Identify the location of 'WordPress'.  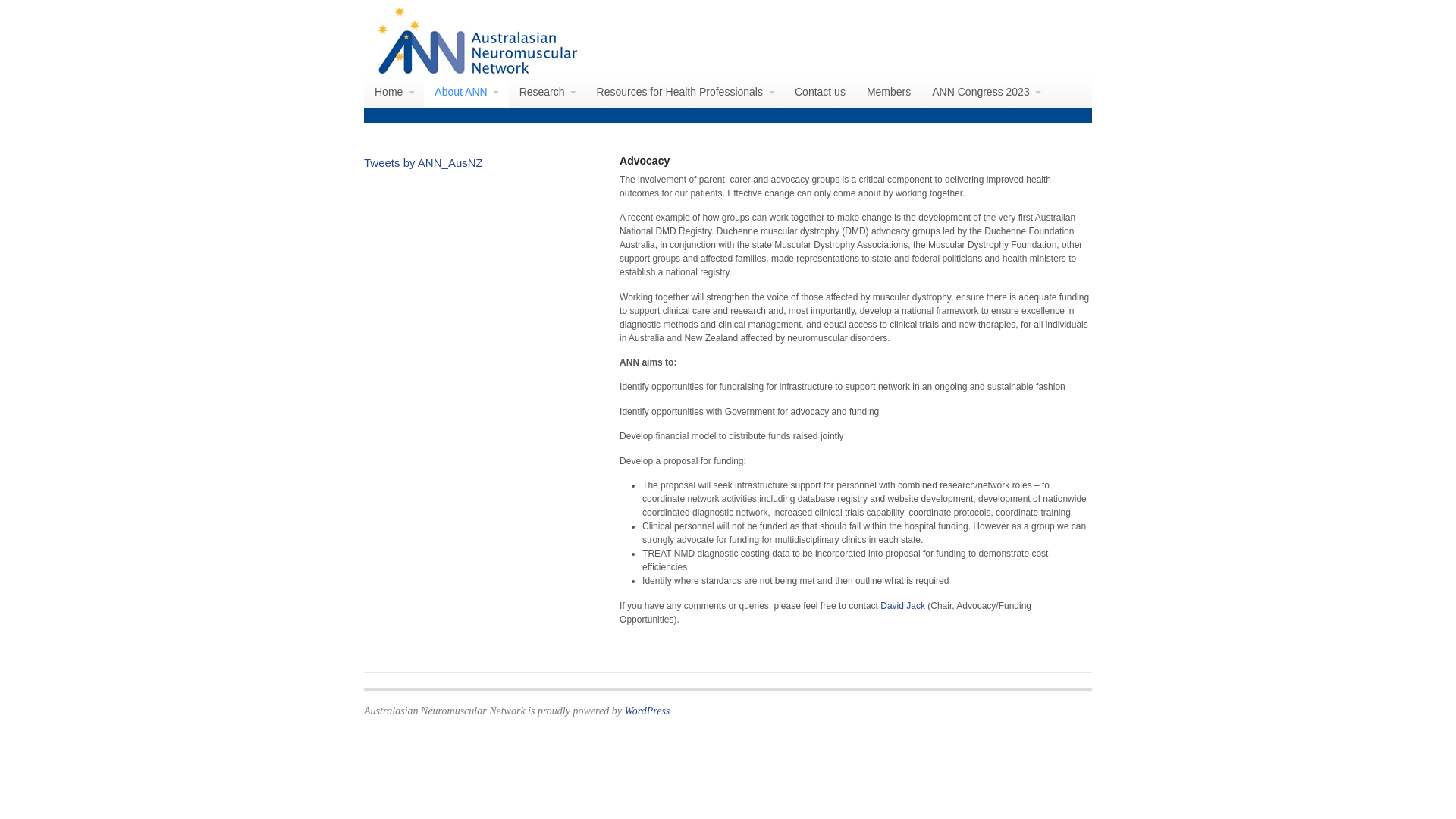
(647, 711).